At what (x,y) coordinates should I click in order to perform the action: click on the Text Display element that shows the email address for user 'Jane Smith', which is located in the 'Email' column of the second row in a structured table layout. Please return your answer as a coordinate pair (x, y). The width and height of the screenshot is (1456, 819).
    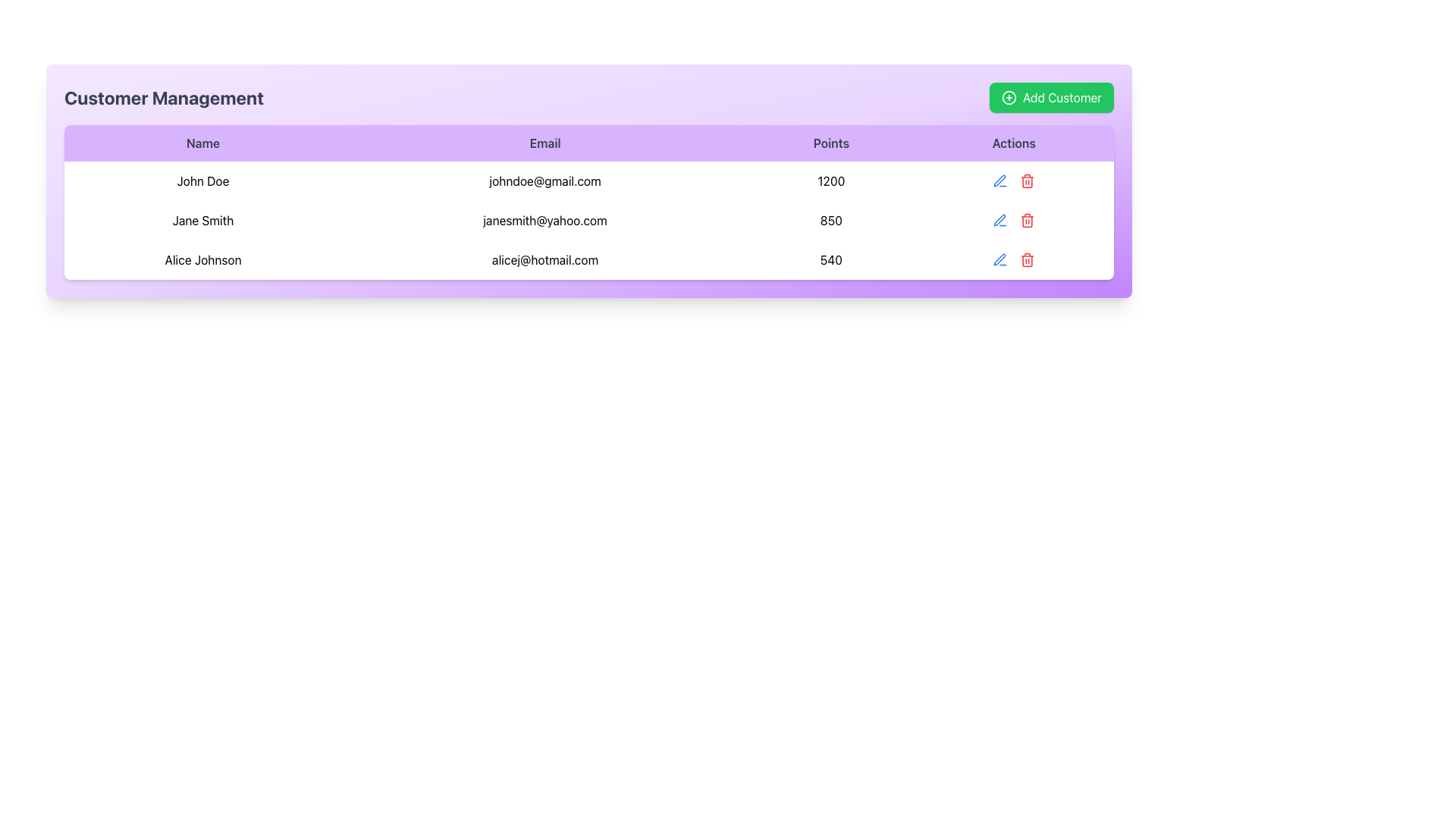
    Looking at the image, I should click on (545, 220).